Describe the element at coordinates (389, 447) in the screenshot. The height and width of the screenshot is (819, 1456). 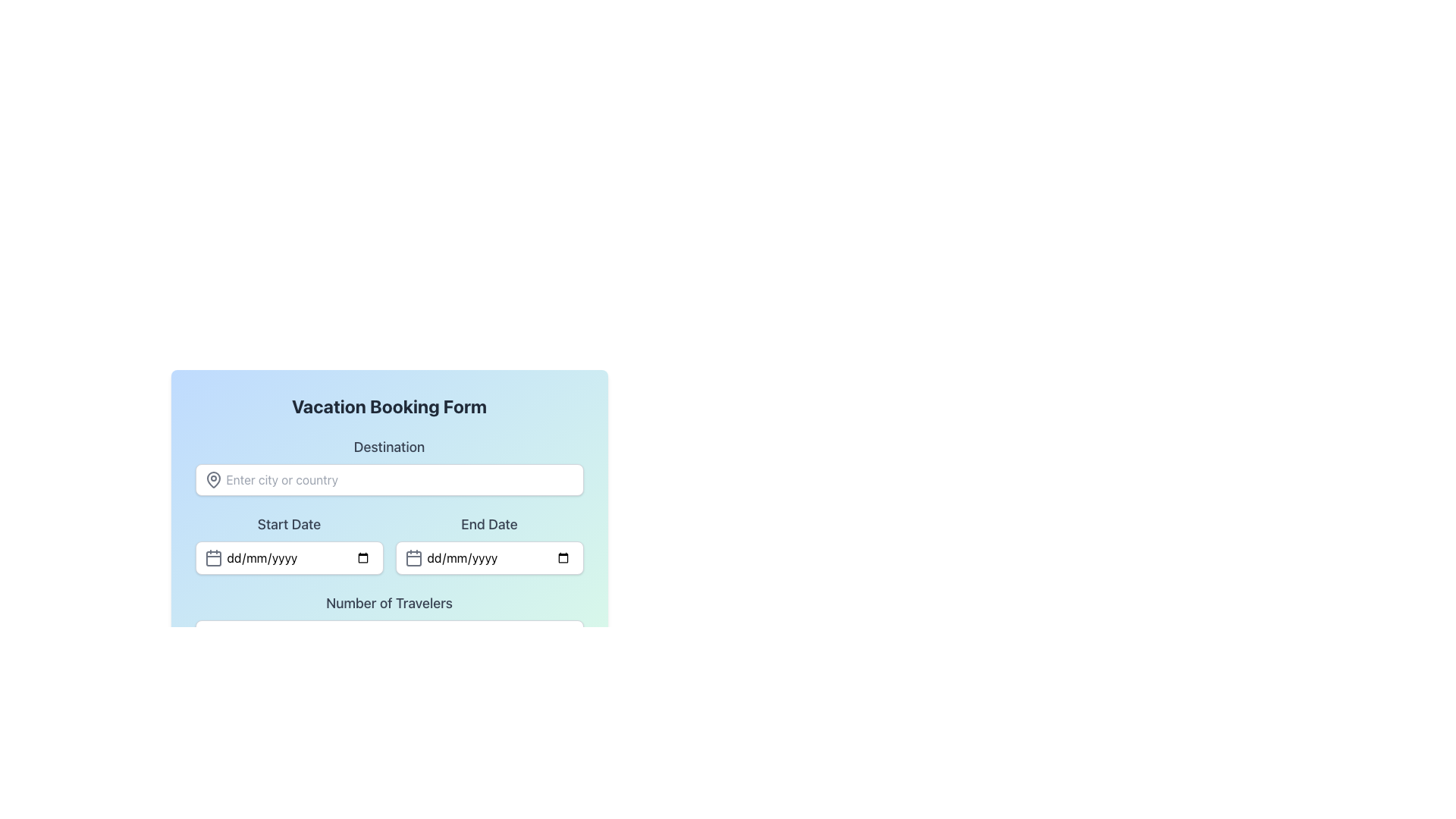
I see `the bold 'Destination' label, which serves as a heading for the associated input field located directly below it` at that location.